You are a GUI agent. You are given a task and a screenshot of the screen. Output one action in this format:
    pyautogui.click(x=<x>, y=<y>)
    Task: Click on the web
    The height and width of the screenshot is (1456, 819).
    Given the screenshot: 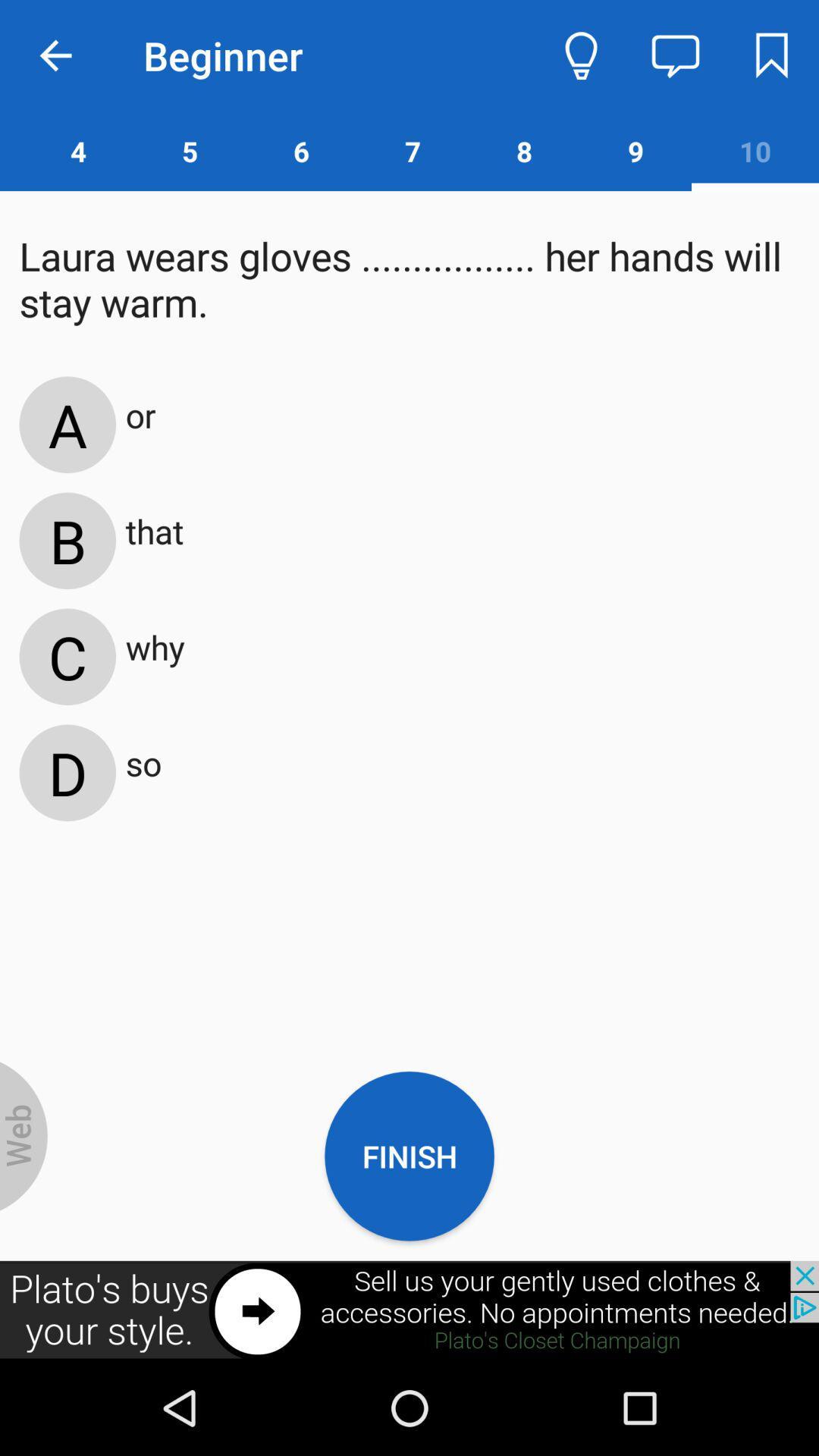 What is the action you would take?
    pyautogui.click(x=24, y=1136)
    